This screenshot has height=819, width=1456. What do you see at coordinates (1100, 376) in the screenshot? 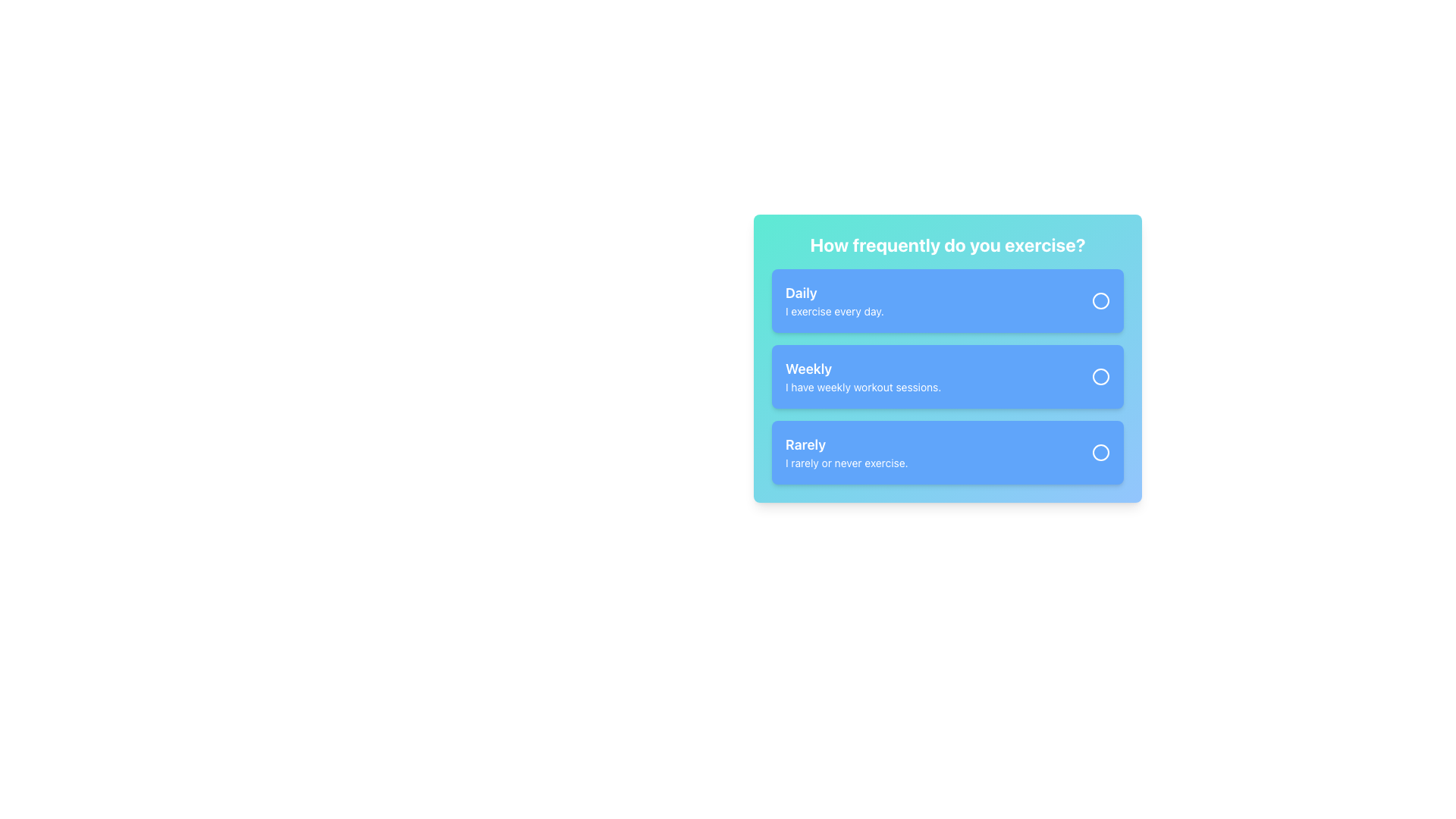
I see `the radio button for the 'Weekly' option` at bounding box center [1100, 376].